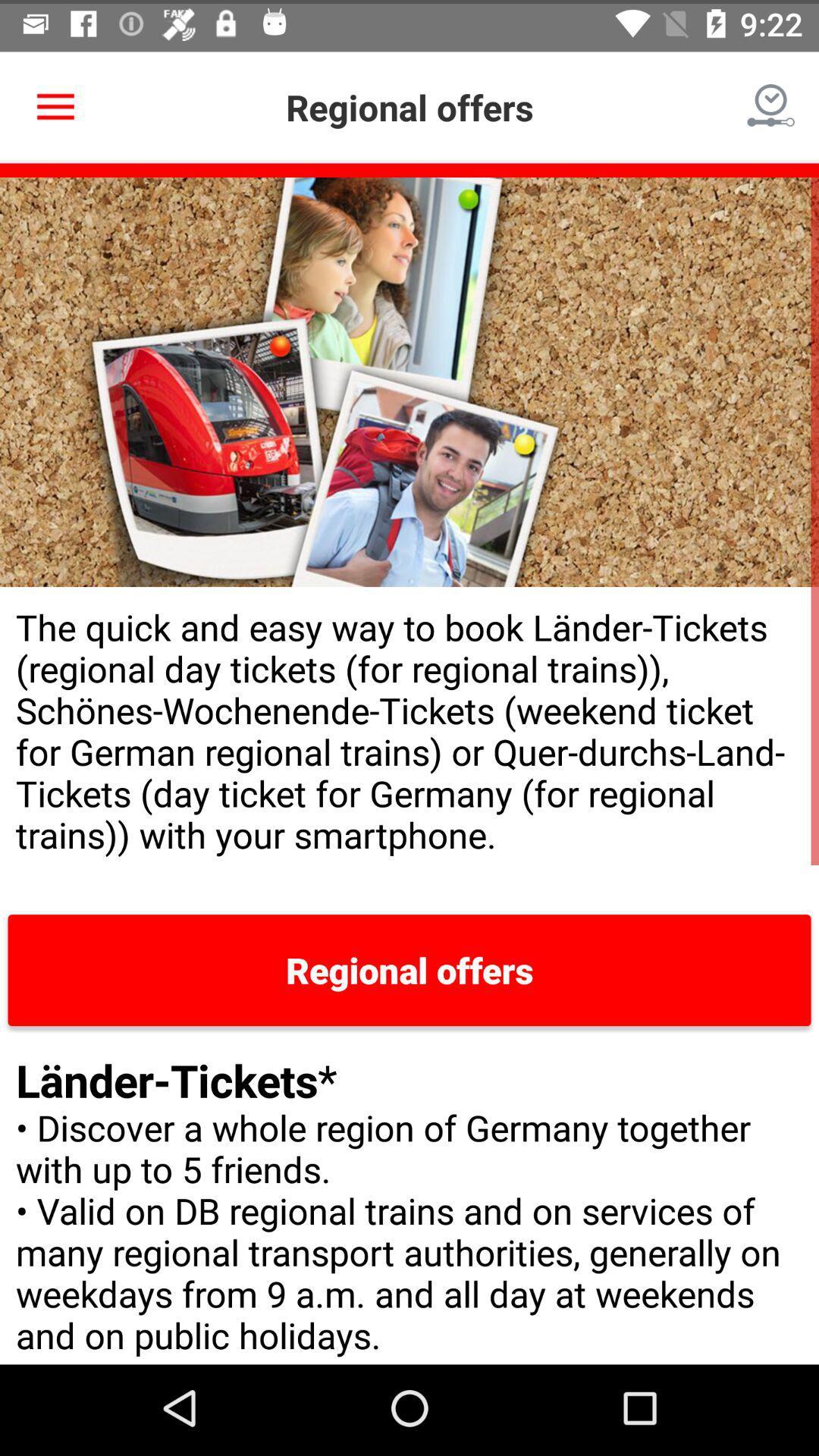 Image resolution: width=819 pixels, height=1456 pixels. I want to click on the icon to the left of the regional offers icon, so click(55, 102).